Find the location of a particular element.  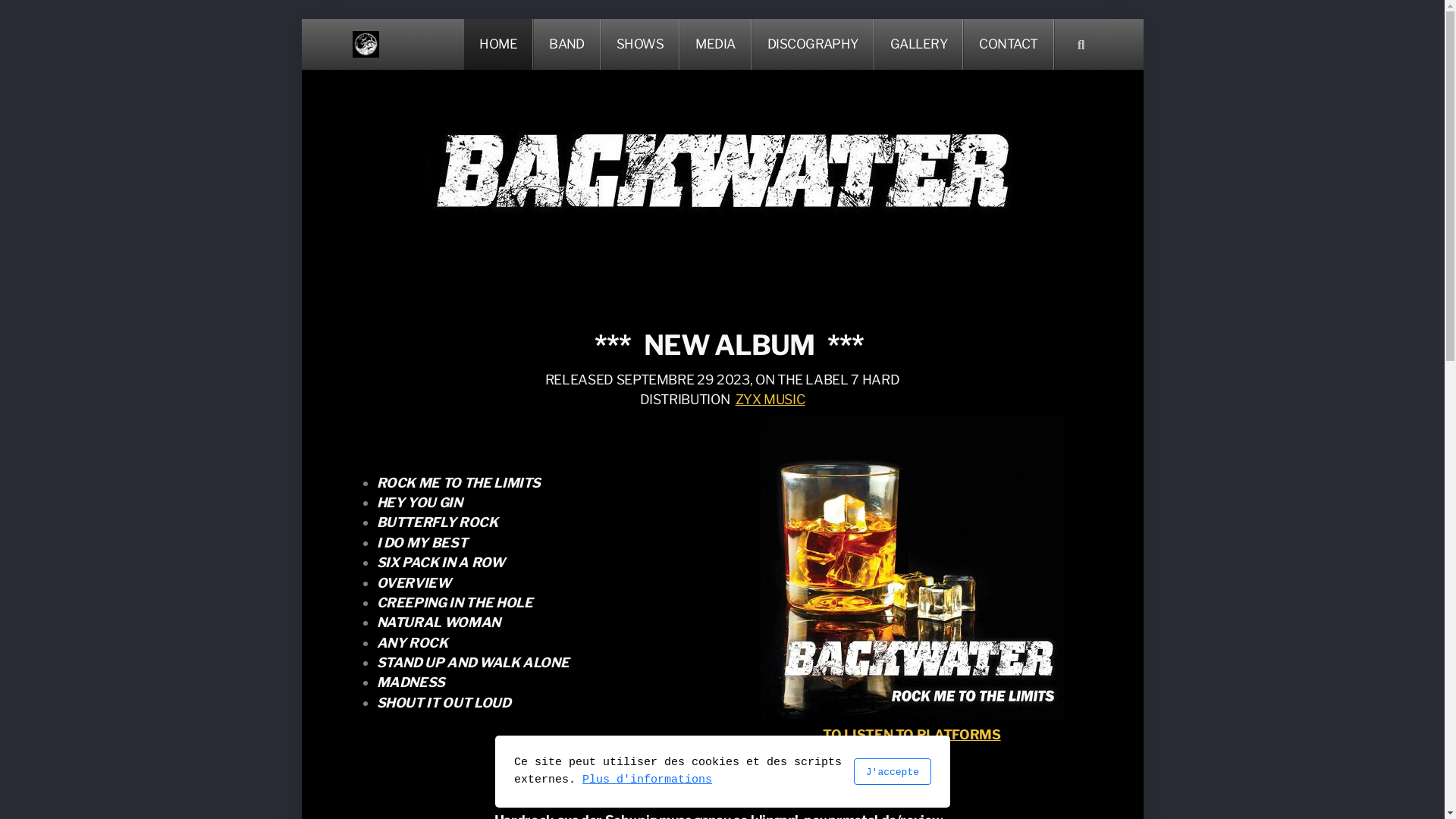

'MEDIA' is located at coordinates (714, 43).